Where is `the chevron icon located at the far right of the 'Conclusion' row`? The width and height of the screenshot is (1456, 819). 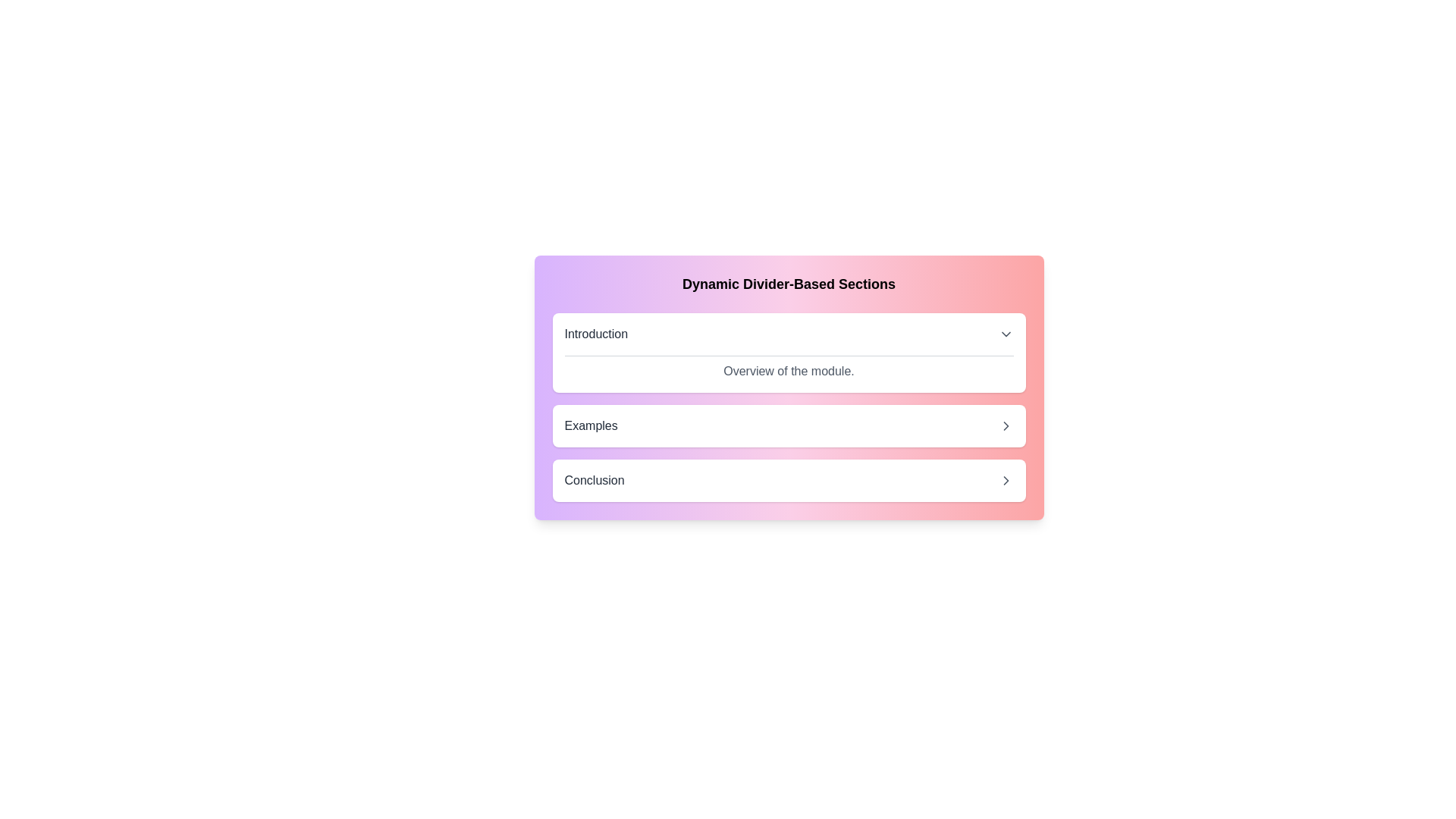
the chevron icon located at the far right of the 'Conclusion' row is located at coordinates (1006, 480).